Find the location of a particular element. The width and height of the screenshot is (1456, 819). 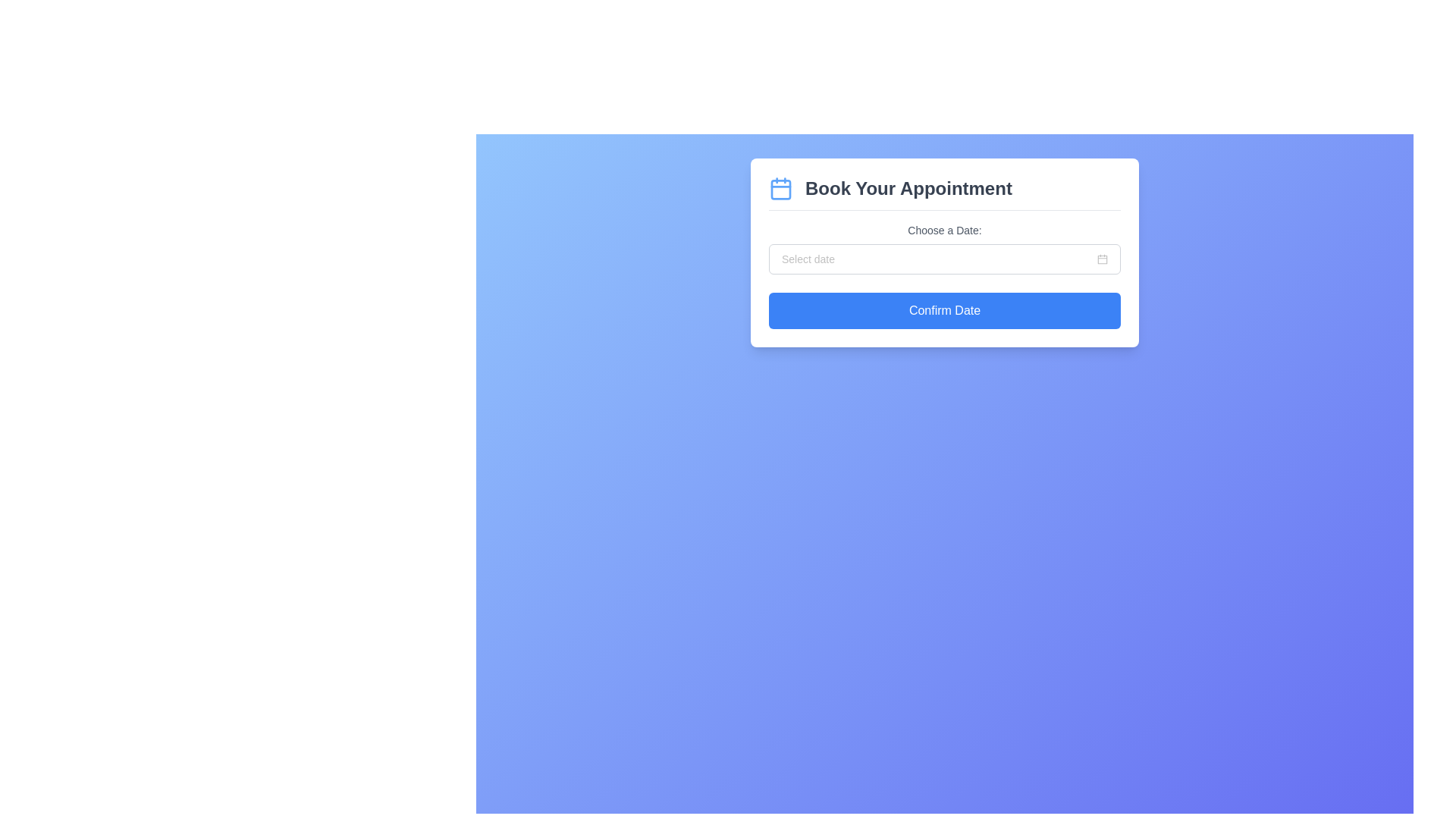

the calendar icon with a blue outline, which is positioned to the left of the 'Book Your Appointment' text is located at coordinates (781, 188).